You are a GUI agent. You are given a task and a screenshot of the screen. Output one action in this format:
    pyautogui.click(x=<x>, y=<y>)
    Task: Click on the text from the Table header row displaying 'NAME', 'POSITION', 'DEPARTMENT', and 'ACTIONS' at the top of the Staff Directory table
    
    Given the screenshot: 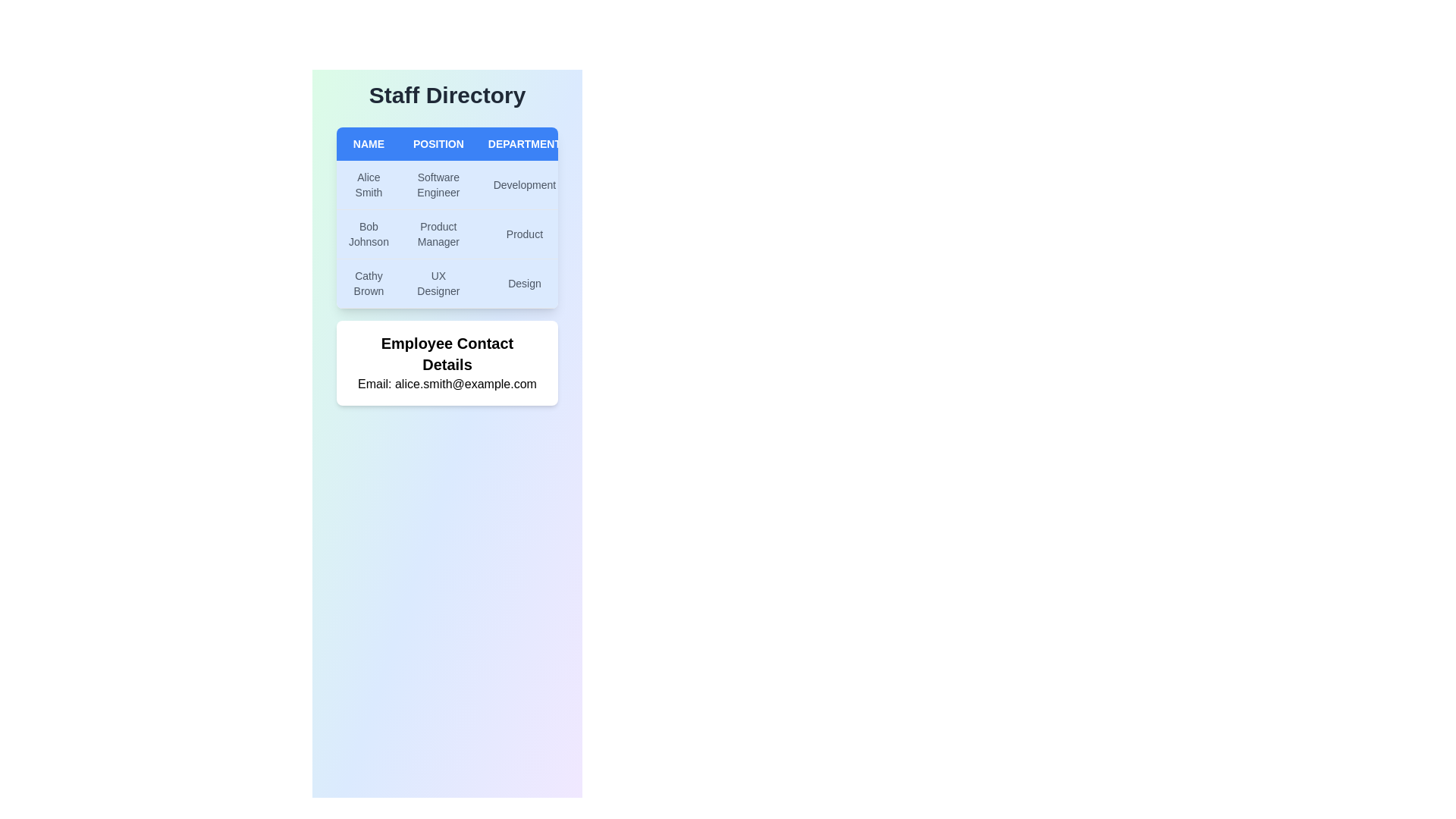 What is the action you would take?
    pyautogui.click(x=491, y=143)
    